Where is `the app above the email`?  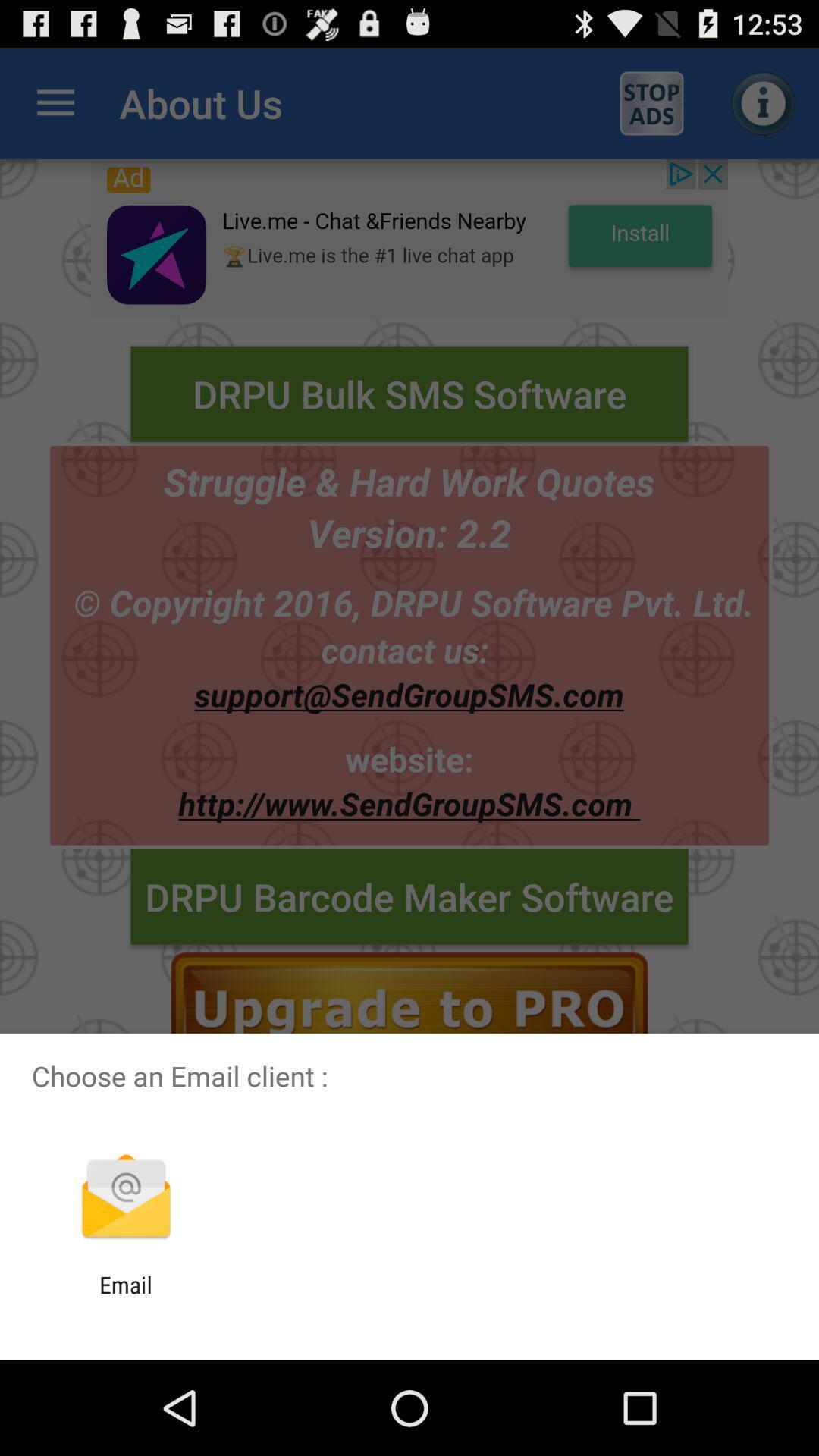 the app above the email is located at coordinates (125, 1197).